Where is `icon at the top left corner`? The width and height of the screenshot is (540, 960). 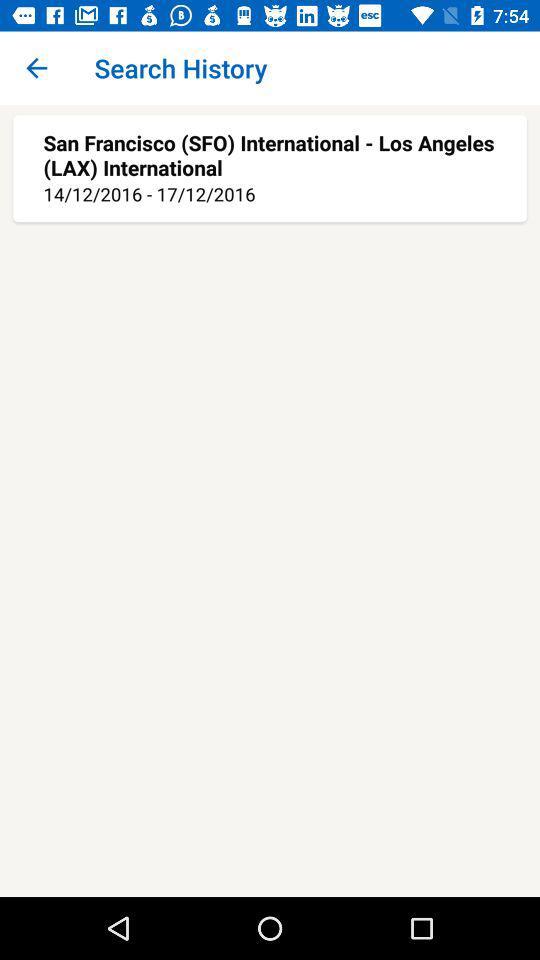 icon at the top left corner is located at coordinates (36, 68).